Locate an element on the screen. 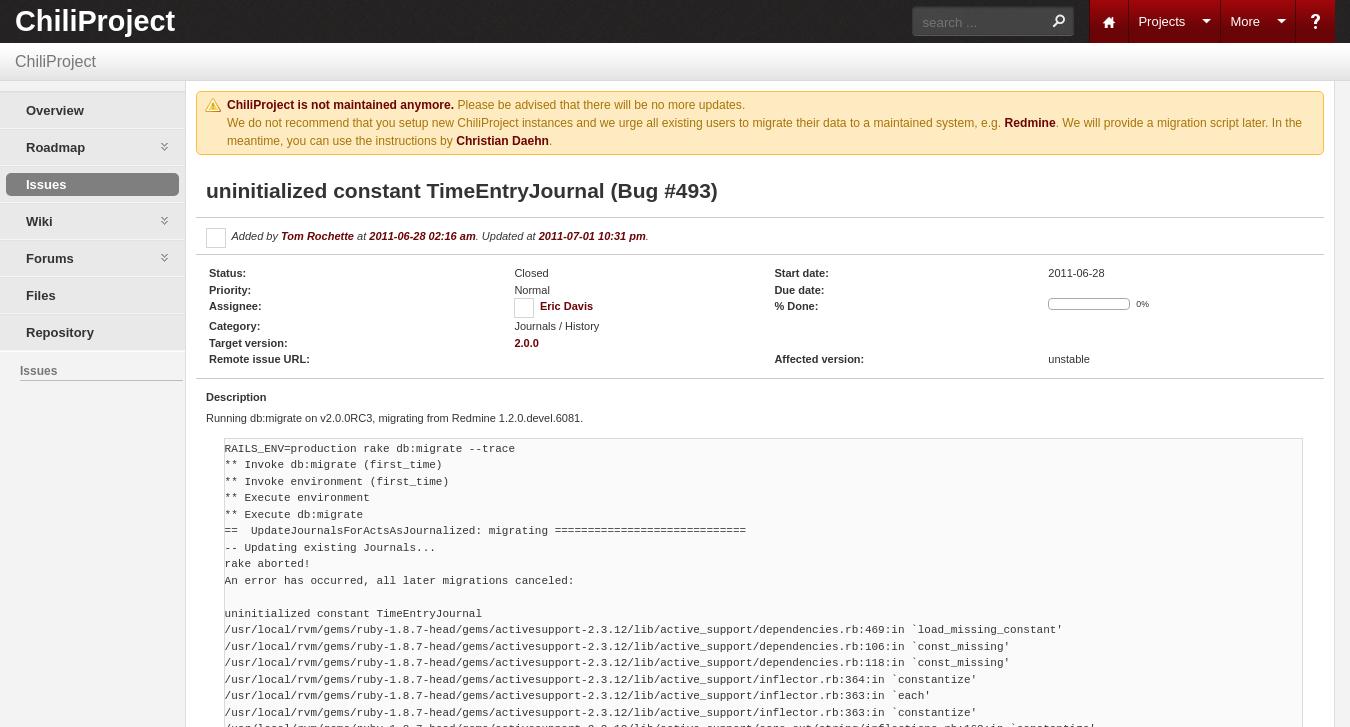 The image size is (1350, 727). 'Roadmap' is located at coordinates (54, 147).